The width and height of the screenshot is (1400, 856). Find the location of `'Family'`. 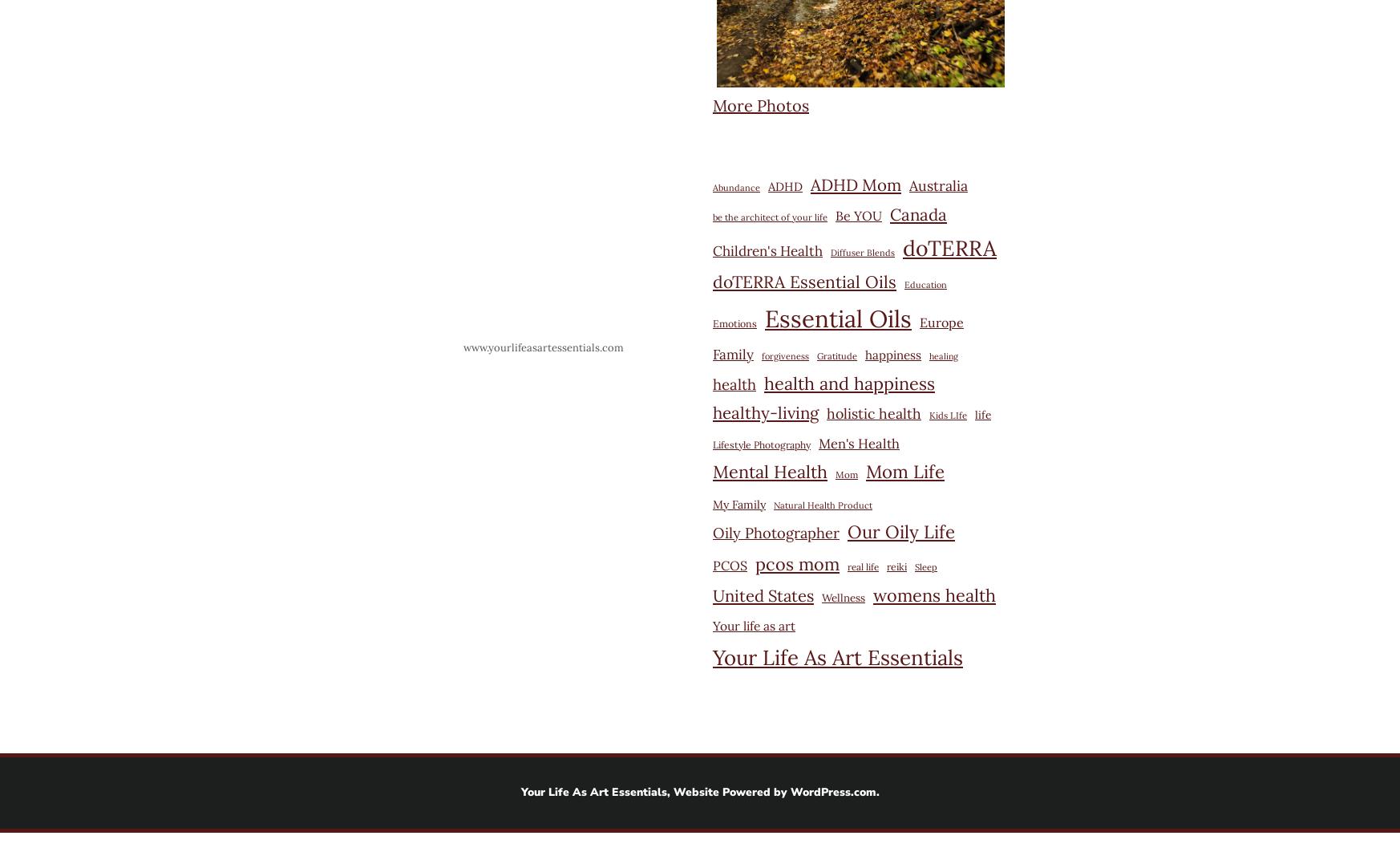

'Family' is located at coordinates (732, 353).